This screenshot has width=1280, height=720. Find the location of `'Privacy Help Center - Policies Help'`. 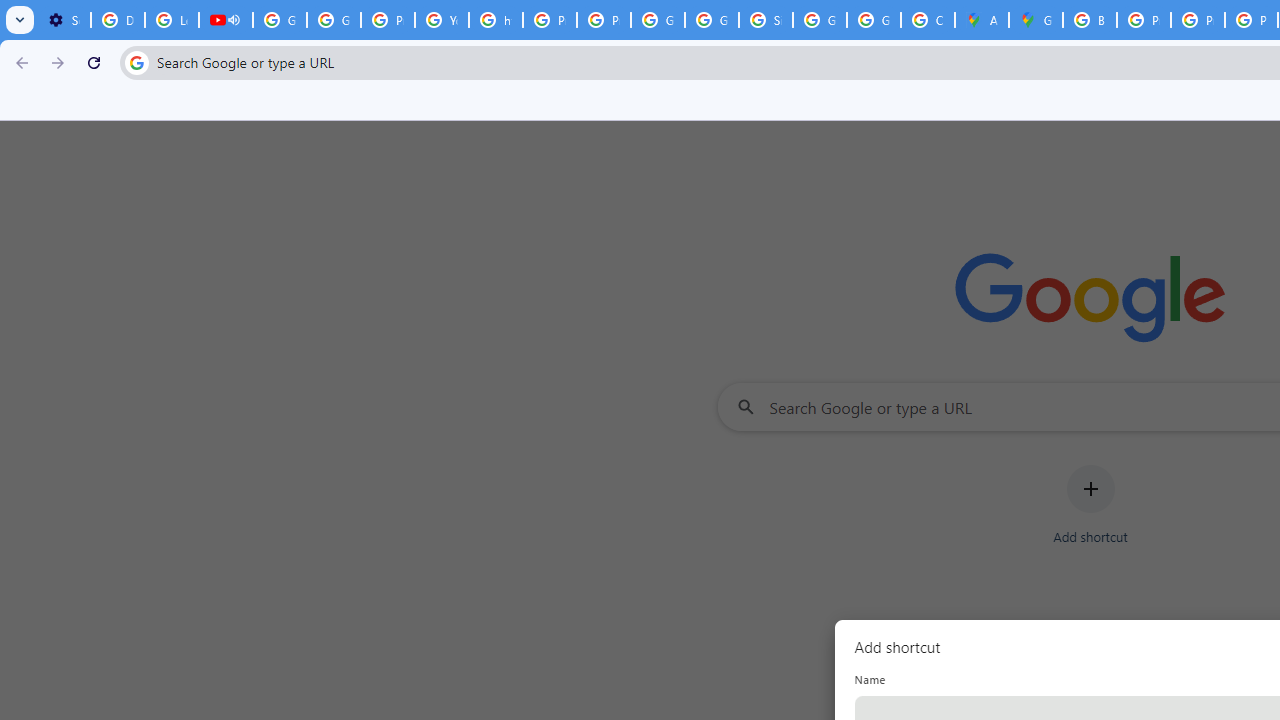

'Privacy Help Center - Policies Help' is located at coordinates (1144, 20).